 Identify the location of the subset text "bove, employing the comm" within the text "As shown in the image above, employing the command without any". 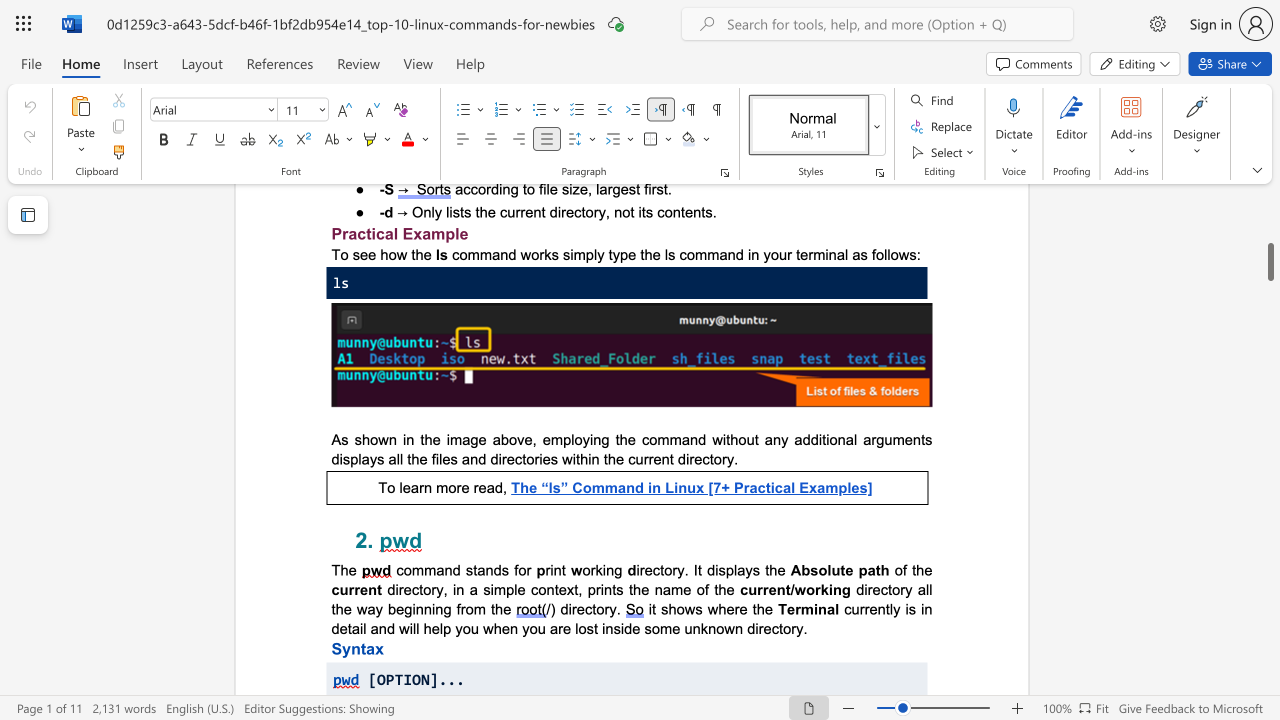
(500, 438).